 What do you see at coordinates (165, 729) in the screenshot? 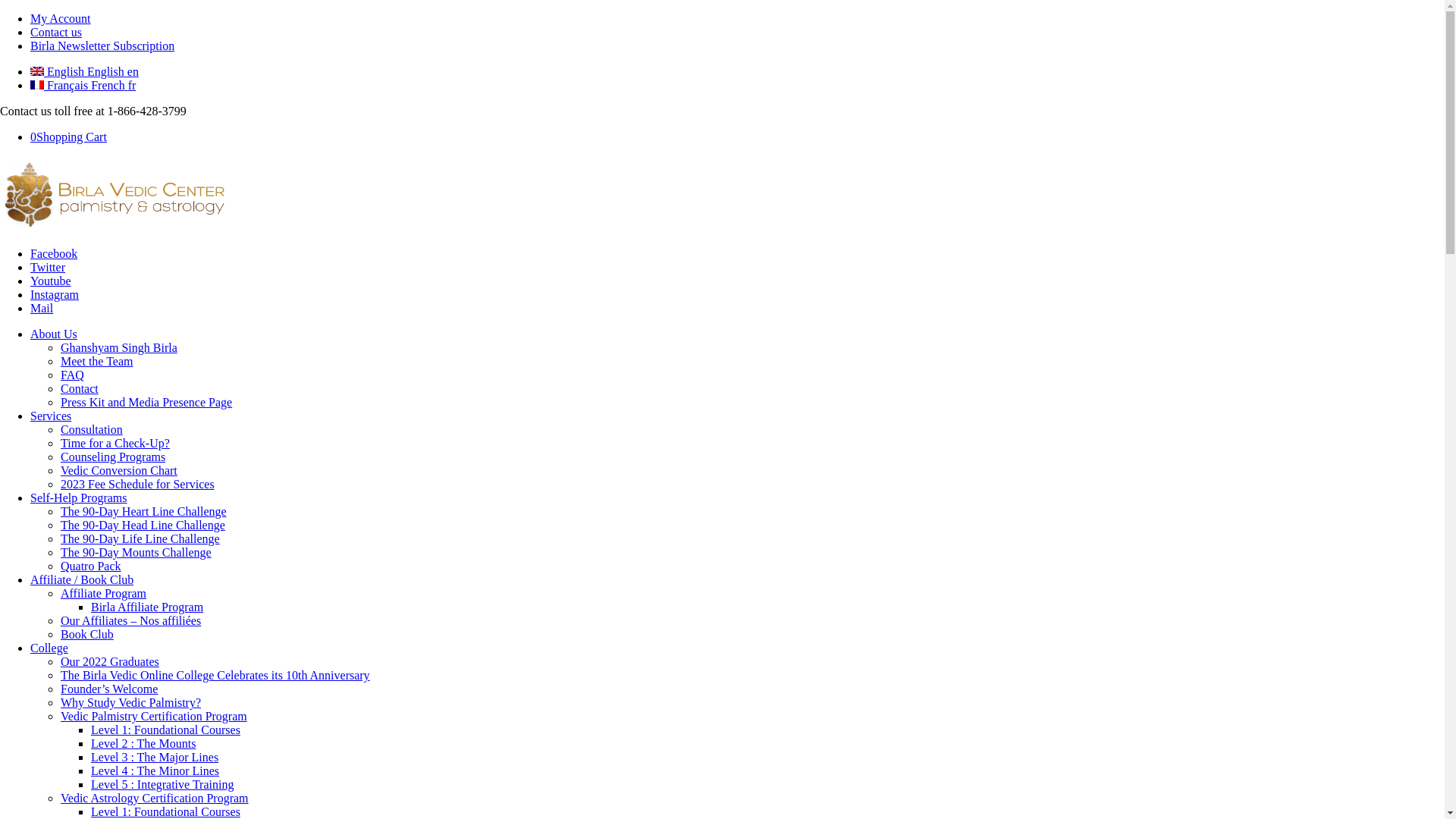
I see `'Level 1: Foundational Courses'` at bounding box center [165, 729].